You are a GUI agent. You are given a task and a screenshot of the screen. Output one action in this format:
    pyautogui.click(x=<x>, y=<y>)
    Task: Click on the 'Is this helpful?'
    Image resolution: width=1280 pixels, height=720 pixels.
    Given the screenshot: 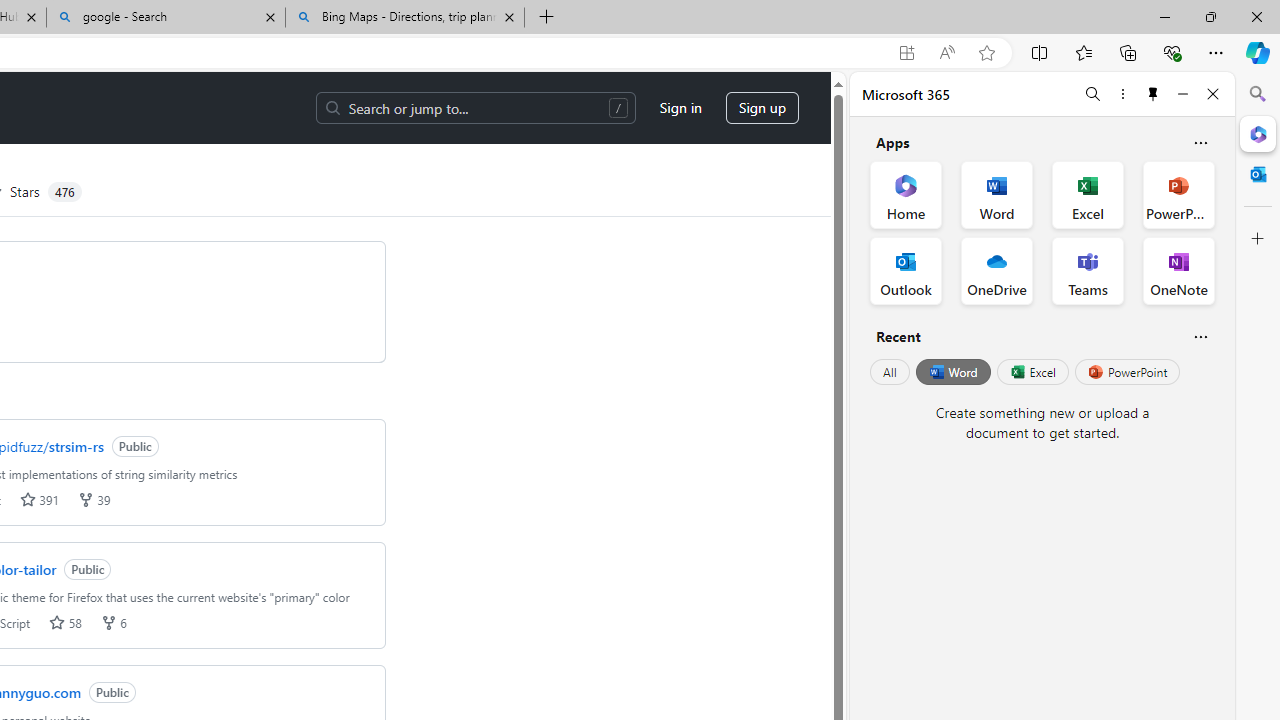 What is the action you would take?
    pyautogui.click(x=1200, y=335)
    